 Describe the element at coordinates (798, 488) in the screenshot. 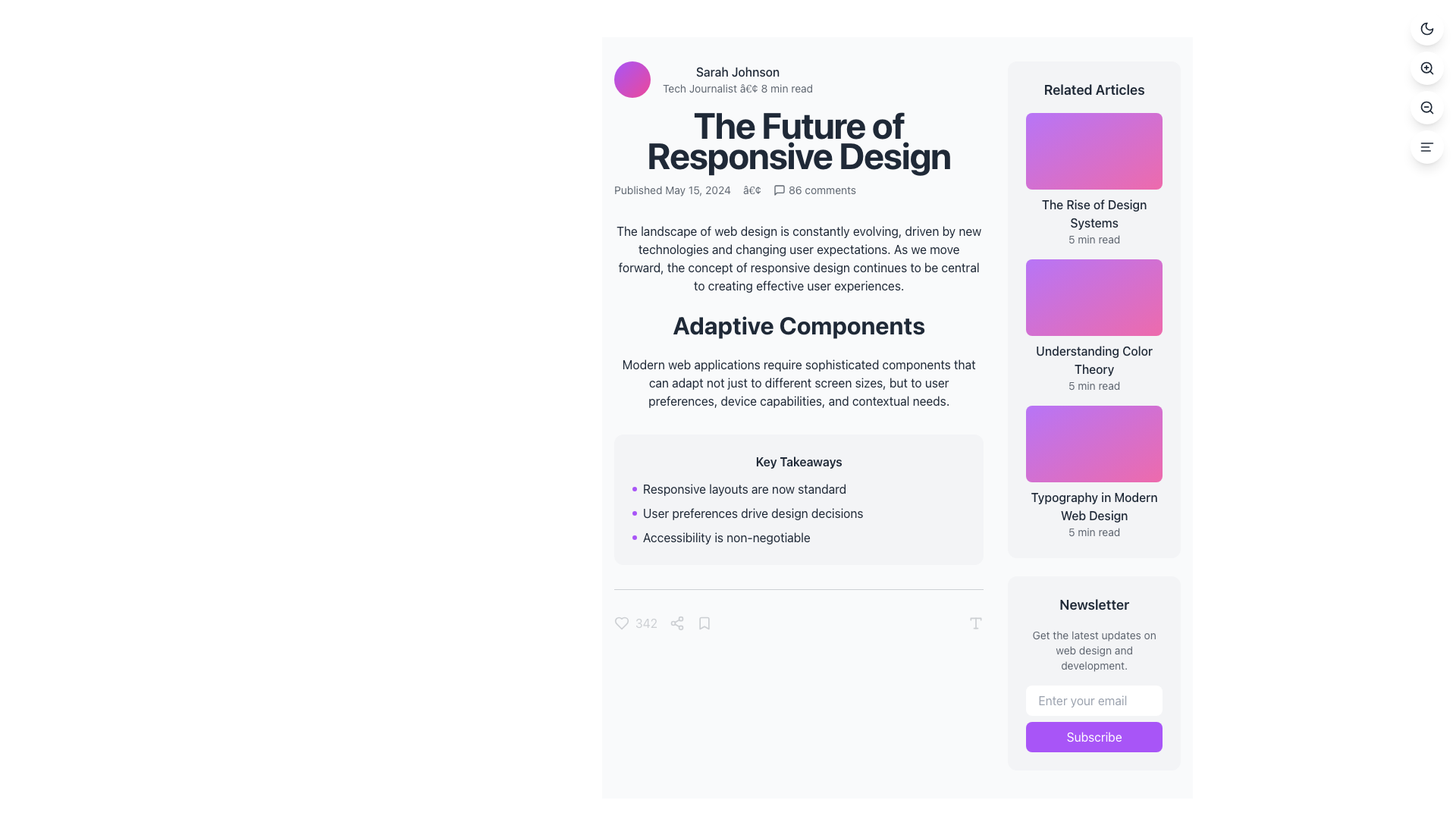

I see `the first Text item in the 'Key Takeaways' card section` at that location.